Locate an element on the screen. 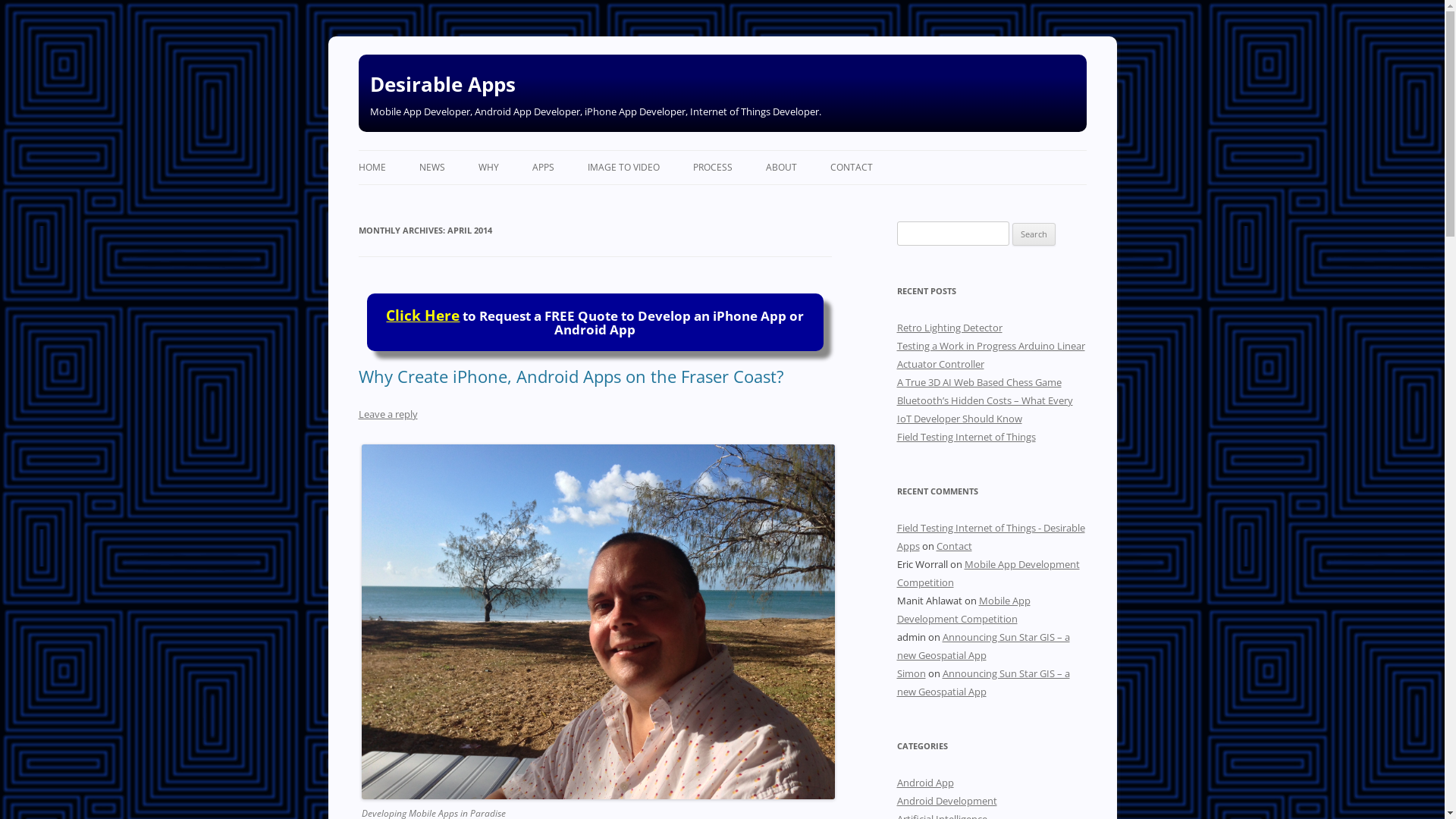 The width and height of the screenshot is (1456, 819). 'Search' is located at coordinates (1012, 234).